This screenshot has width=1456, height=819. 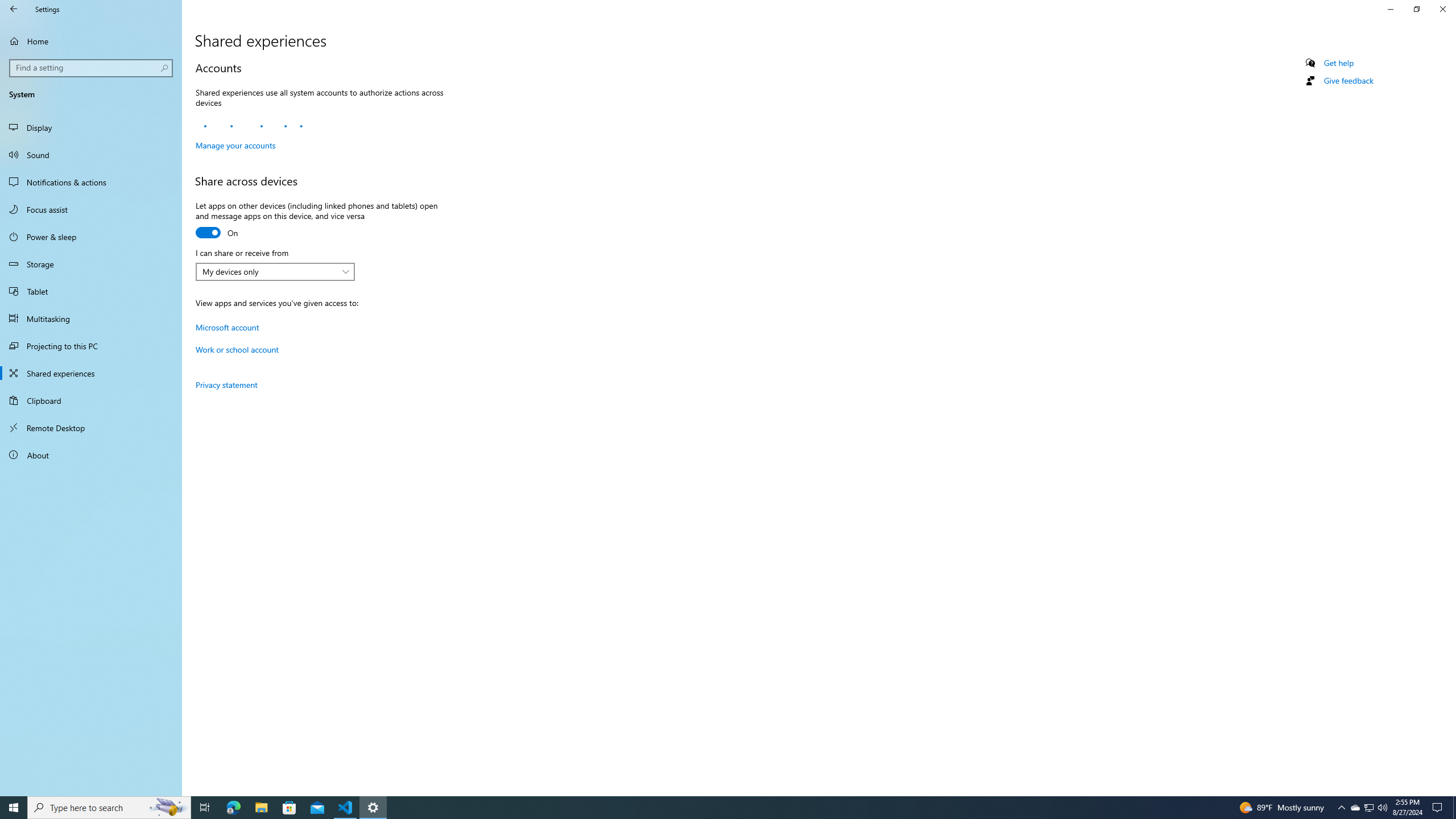 What do you see at coordinates (90, 454) in the screenshot?
I see `'About'` at bounding box center [90, 454].